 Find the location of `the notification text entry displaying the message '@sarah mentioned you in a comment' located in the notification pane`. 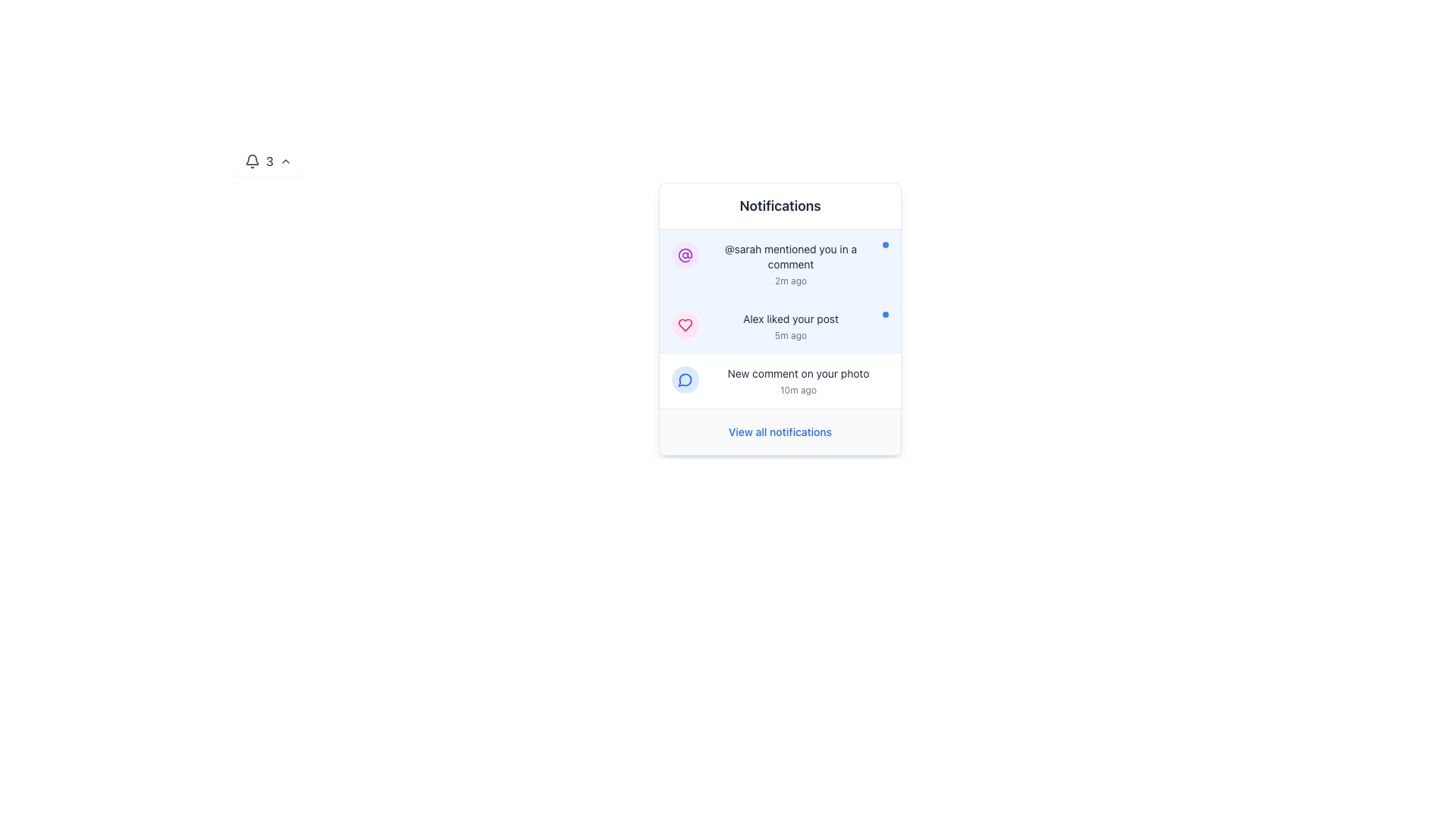

the notification text entry displaying the message '@sarah mentioned you in a comment' located in the notification pane is located at coordinates (789, 263).